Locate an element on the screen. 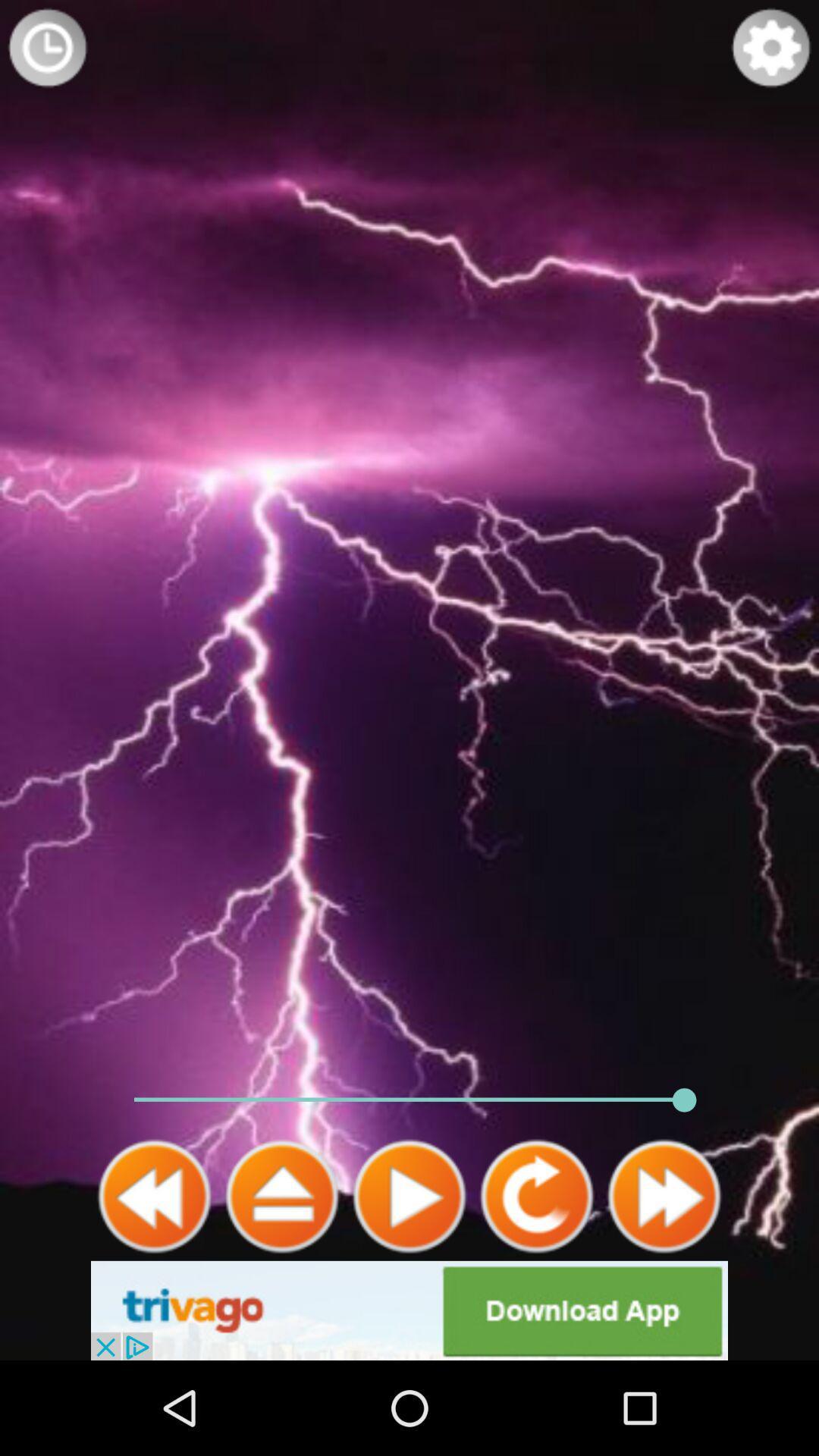 The width and height of the screenshot is (819, 1456). the time icon is located at coordinates (46, 51).